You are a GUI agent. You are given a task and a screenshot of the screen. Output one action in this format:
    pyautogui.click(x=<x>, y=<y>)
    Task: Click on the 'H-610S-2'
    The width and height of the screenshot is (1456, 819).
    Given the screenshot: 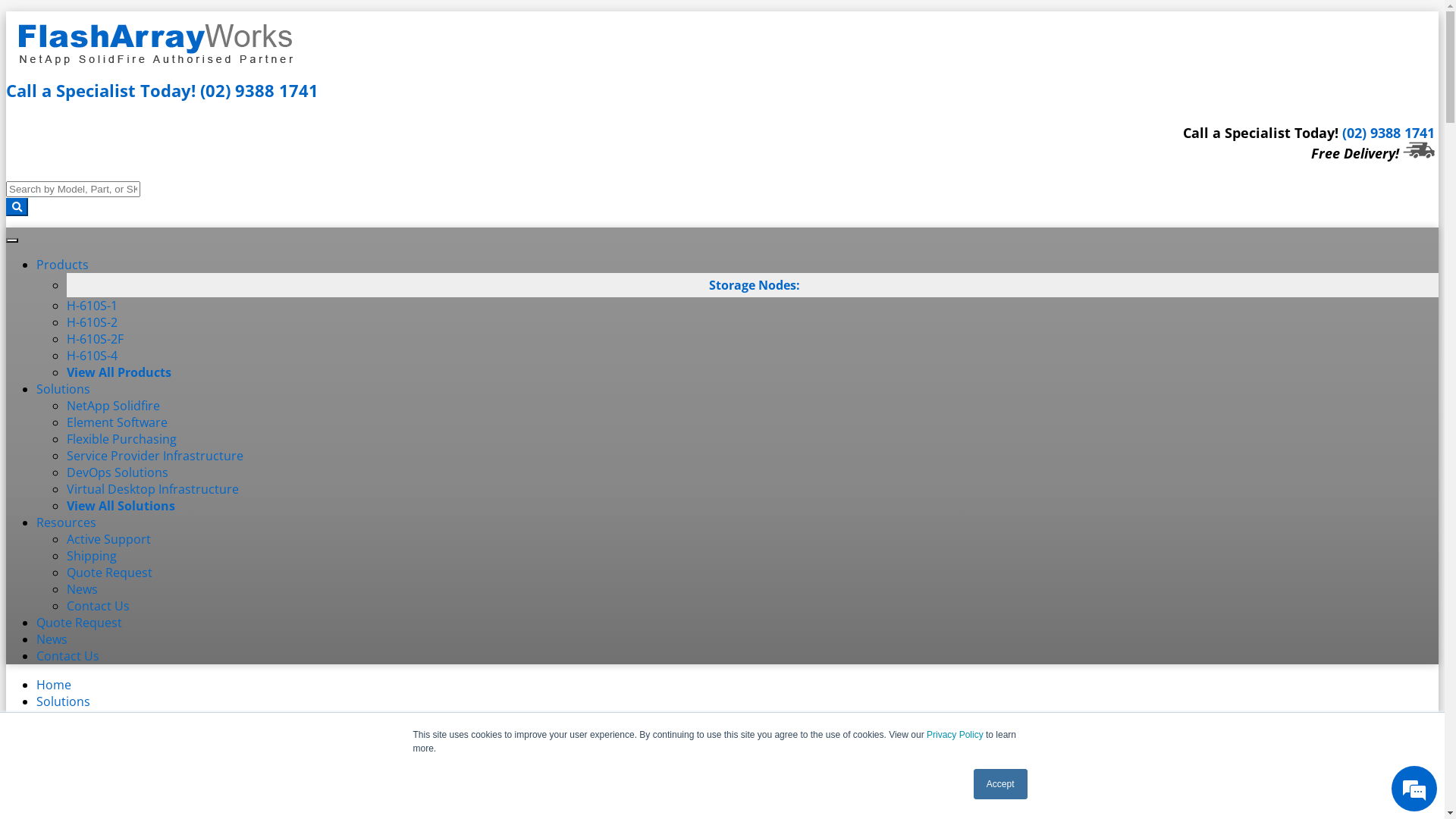 What is the action you would take?
    pyautogui.click(x=91, y=321)
    